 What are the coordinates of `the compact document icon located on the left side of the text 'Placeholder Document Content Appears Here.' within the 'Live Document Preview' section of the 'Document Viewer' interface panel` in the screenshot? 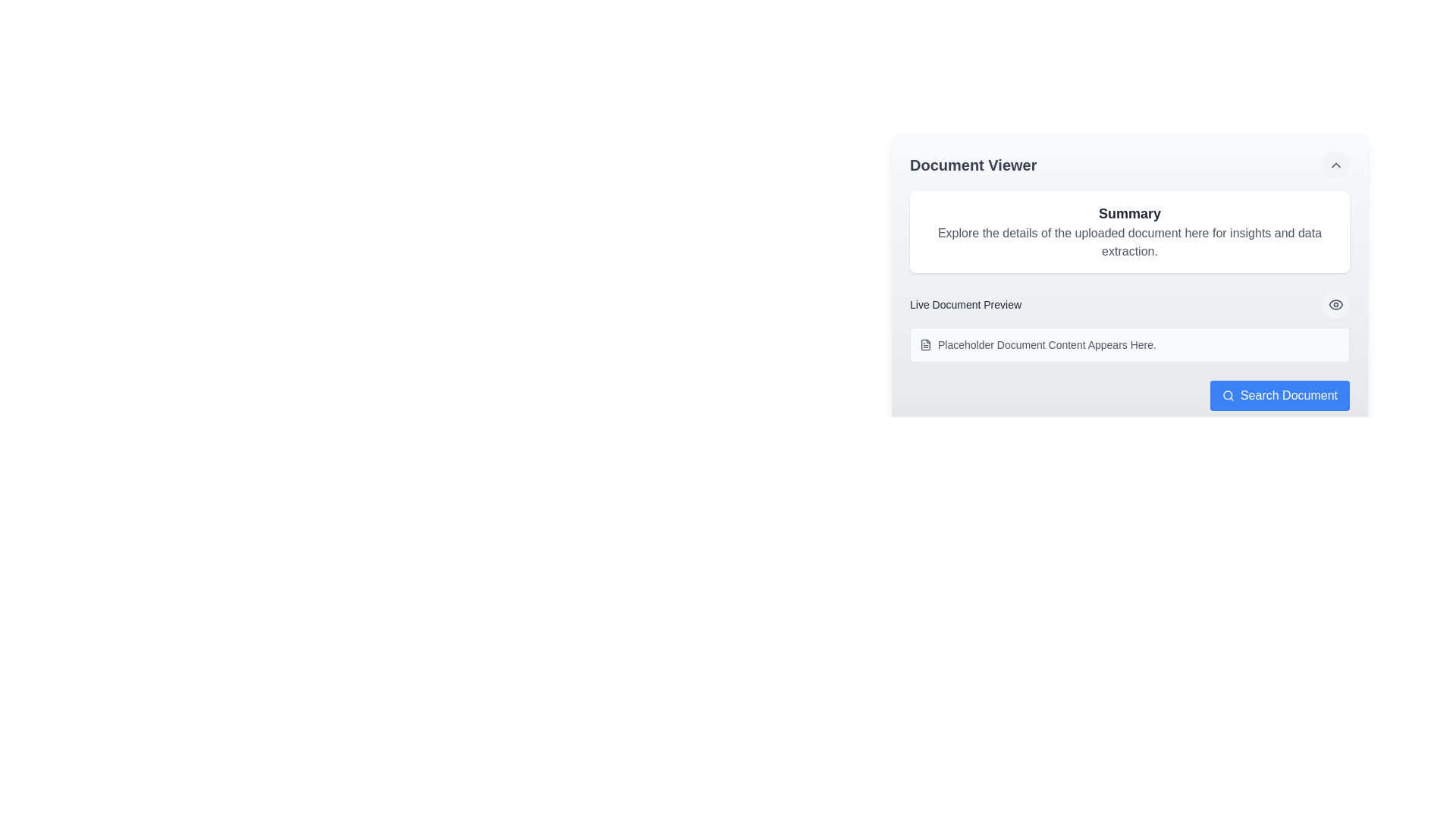 It's located at (924, 345).